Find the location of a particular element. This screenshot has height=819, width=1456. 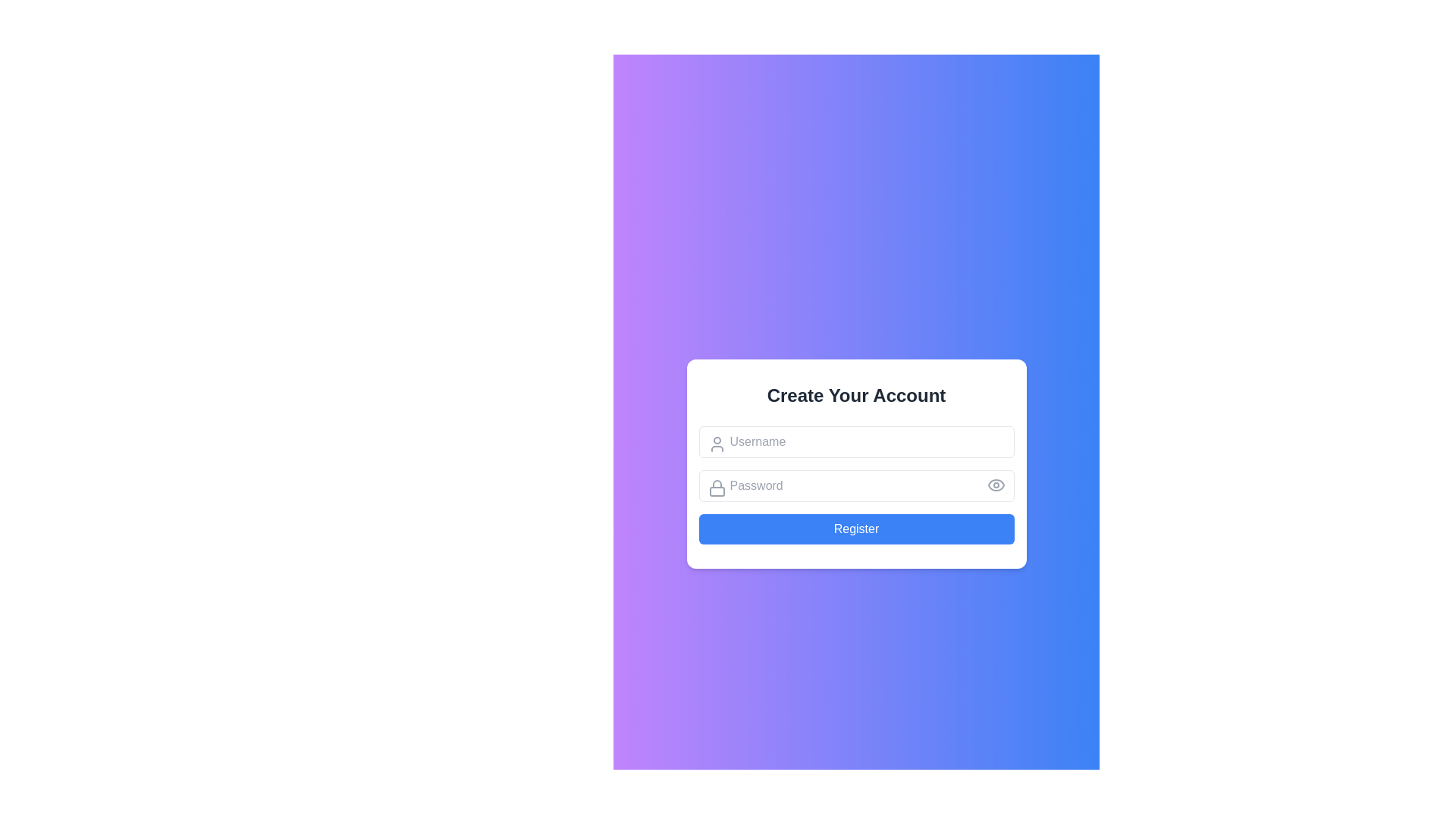

the lower rectangular portion of the lock icon next to the 'Password' input field is located at coordinates (716, 491).